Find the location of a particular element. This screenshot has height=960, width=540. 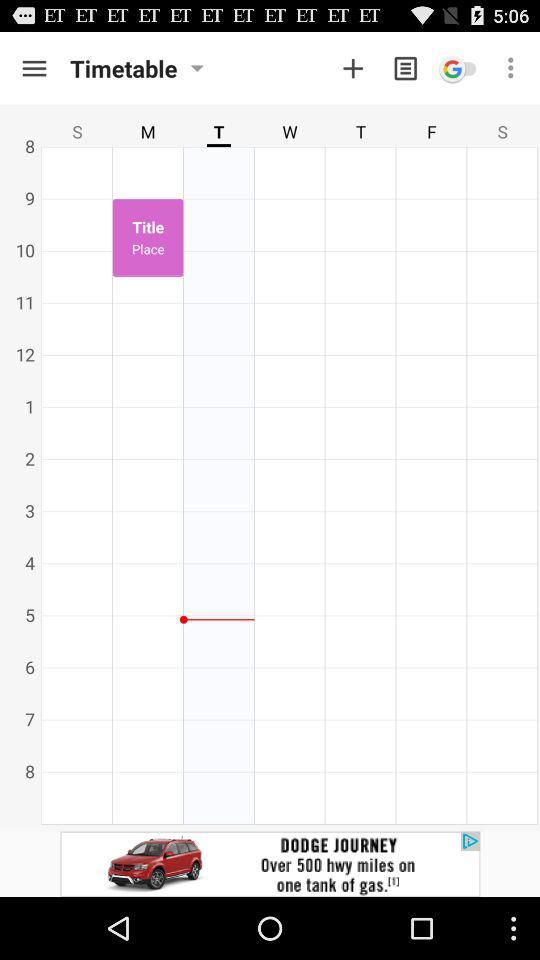

event is located at coordinates (352, 68).